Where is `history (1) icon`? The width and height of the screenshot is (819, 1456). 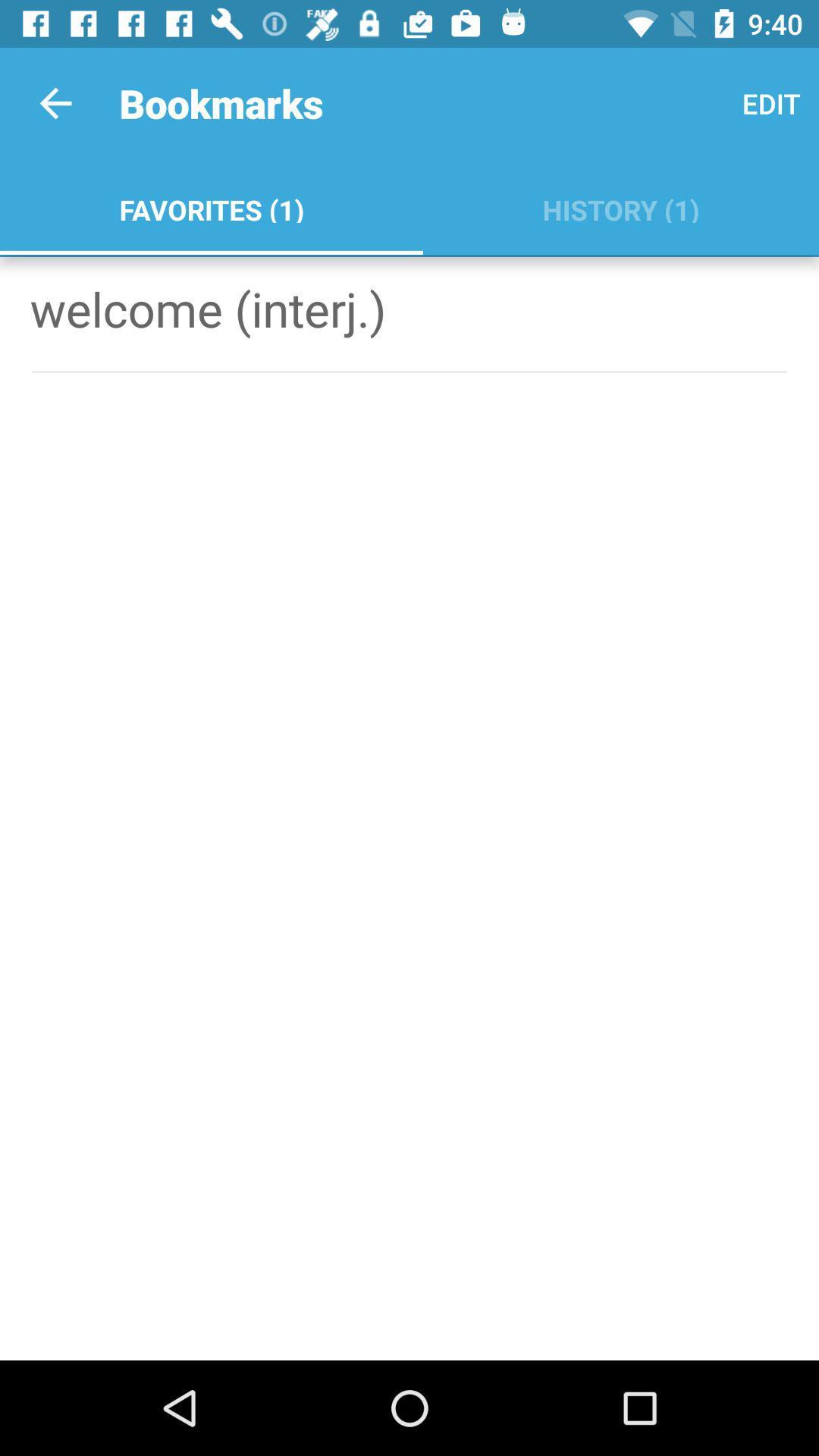
history (1) icon is located at coordinates (620, 206).